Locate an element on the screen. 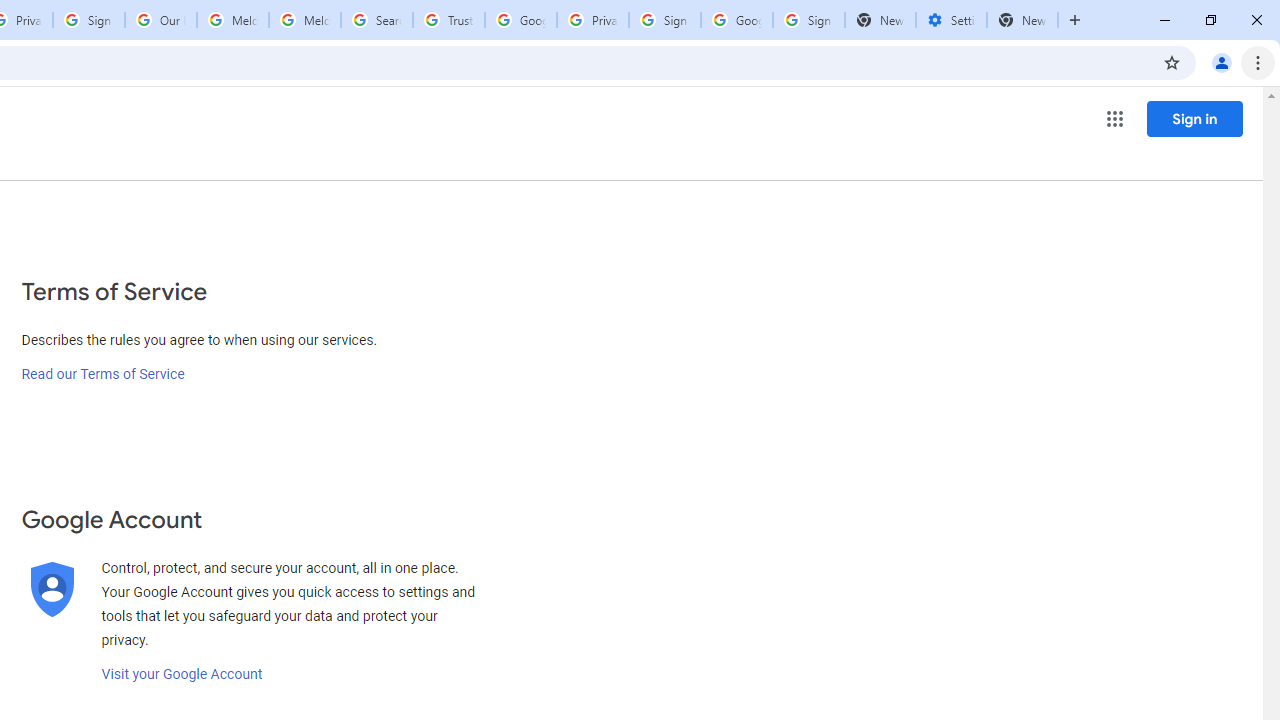 Image resolution: width=1280 pixels, height=720 pixels. 'Settings - Addresses and more' is located at coordinates (950, 20).